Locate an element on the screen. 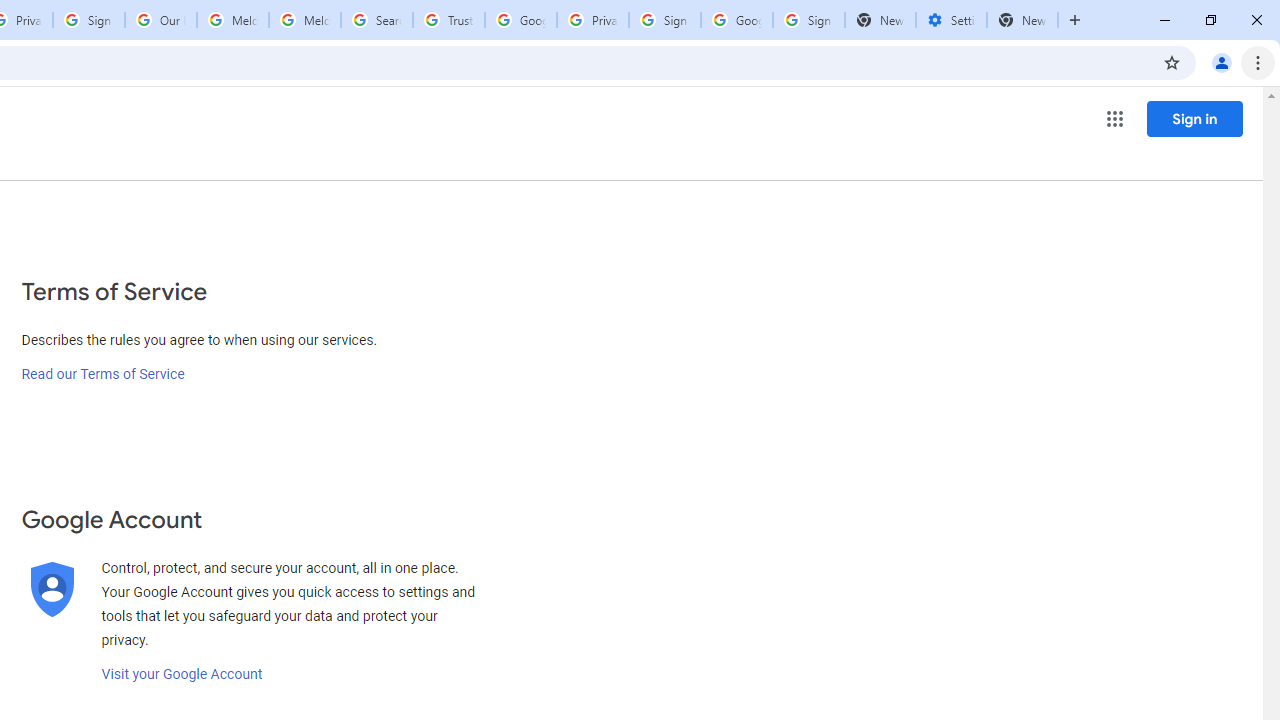 Image resolution: width=1280 pixels, height=720 pixels. 'Settings - Addresses and more' is located at coordinates (950, 20).